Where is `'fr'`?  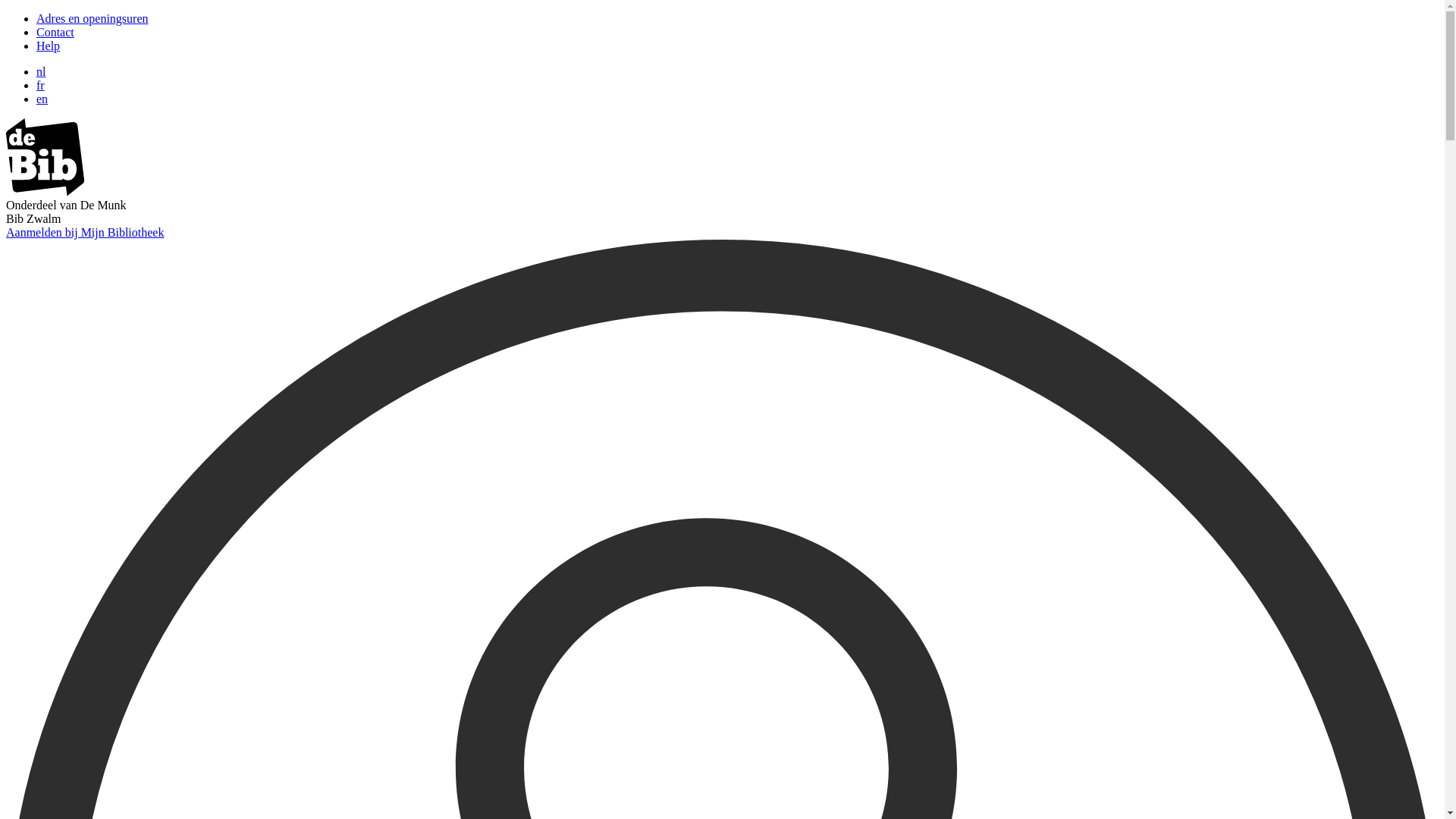 'fr' is located at coordinates (40, 85).